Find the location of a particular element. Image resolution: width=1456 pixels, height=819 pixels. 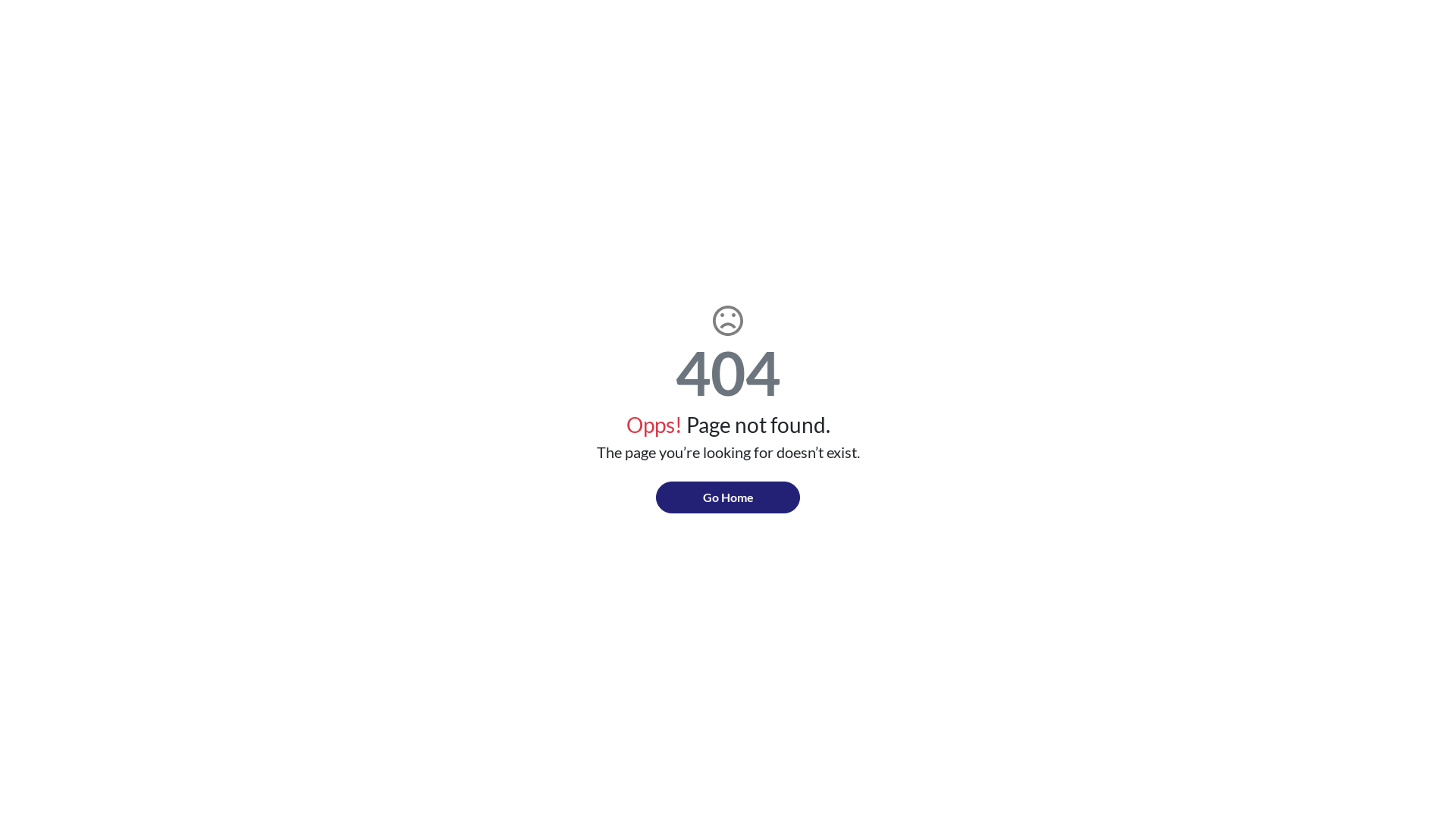

'Go Home' is located at coordinates (728, 497).